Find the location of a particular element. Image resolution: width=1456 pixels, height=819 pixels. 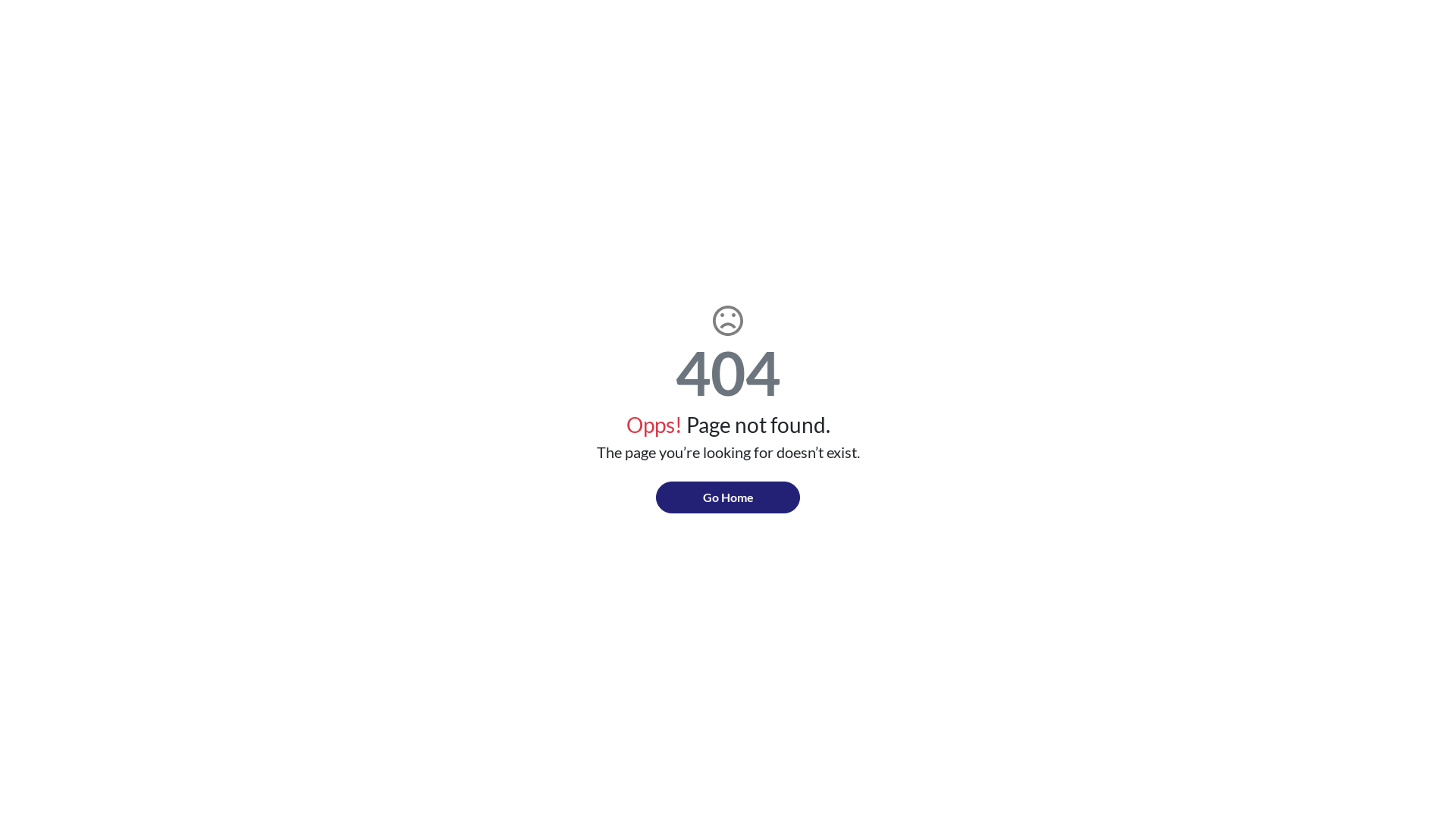

'Go Home' is located at coordinates (728, 497).